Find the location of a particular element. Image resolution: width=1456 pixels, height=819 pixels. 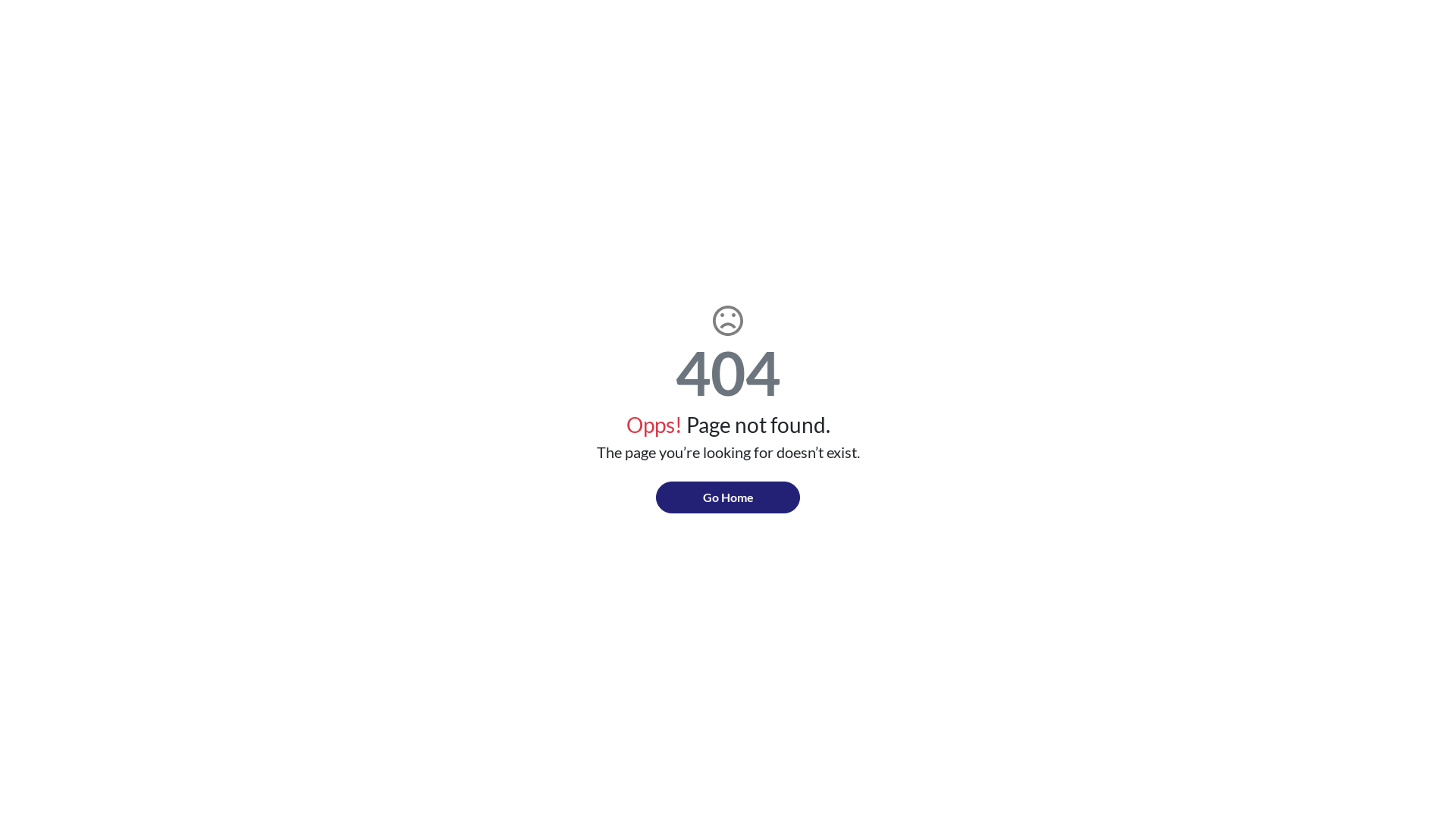

'Go Home' is located at coordinates (728, 497).